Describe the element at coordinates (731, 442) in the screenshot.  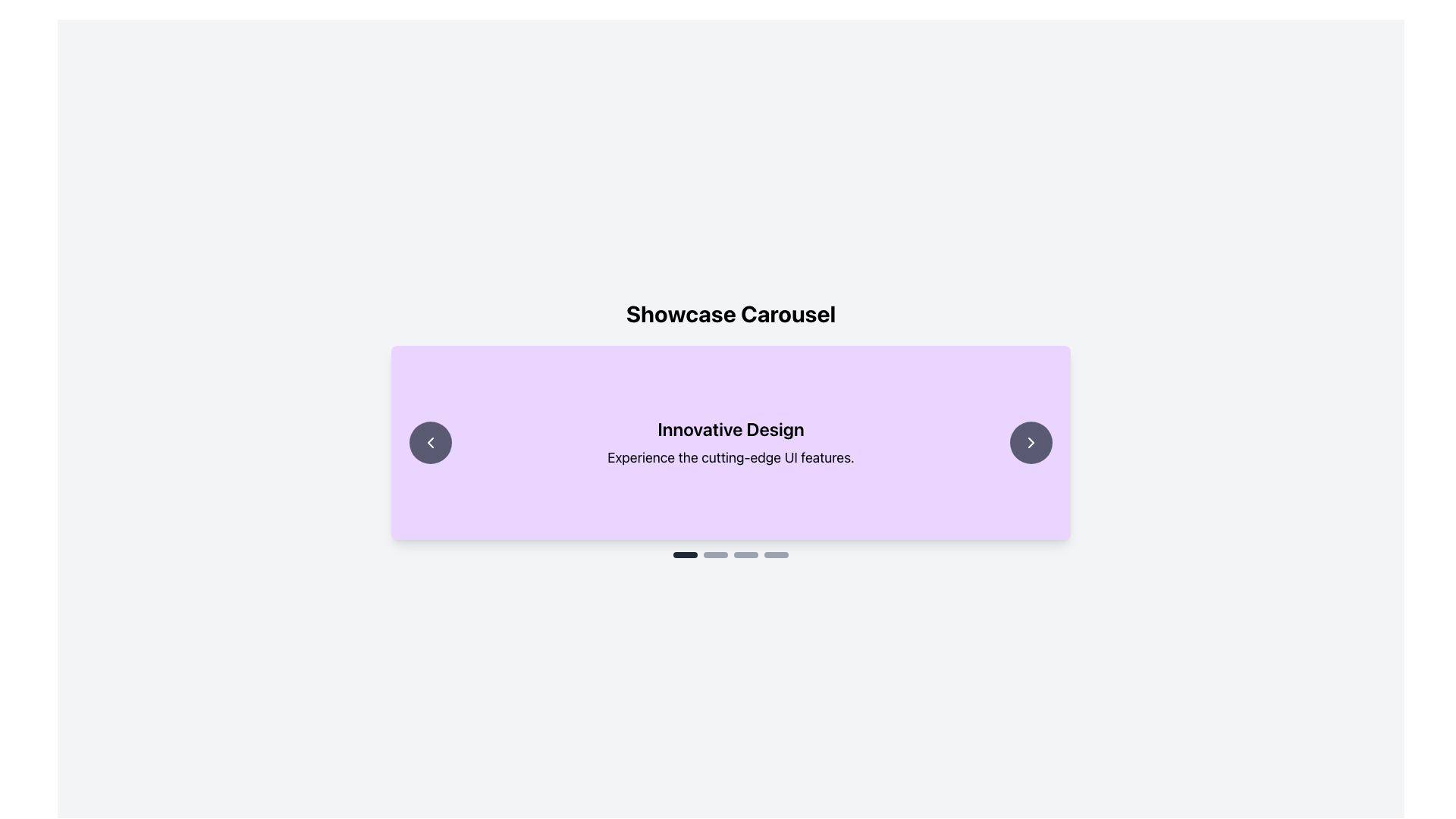
I see `text content from the informational display section with the bold heading 'Innovative Design' and descriptive text 'Experience the cutting-edge UI features.'` at that location.